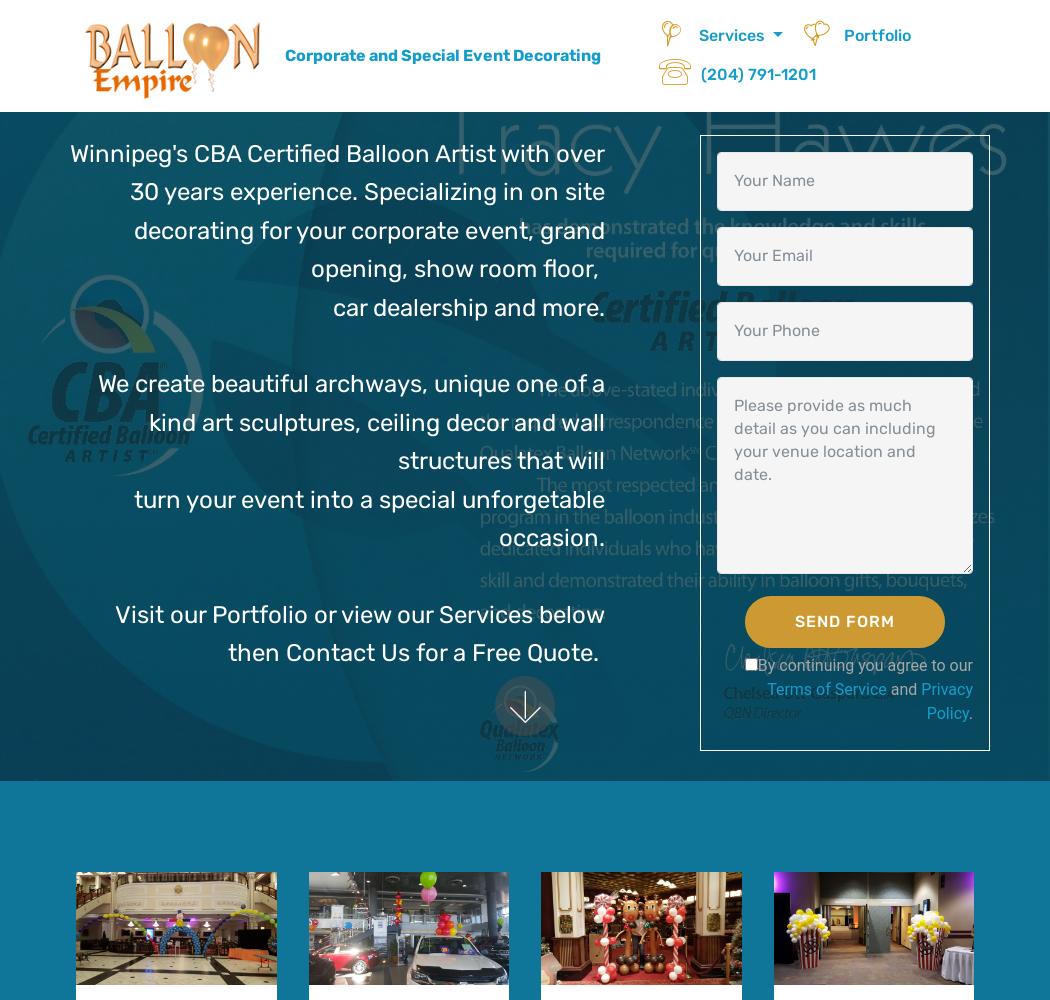 This screenshot has height=1000, width=1050. I want to click on 'turn your event into a special unforgetable occasion.', so click(367, 518).